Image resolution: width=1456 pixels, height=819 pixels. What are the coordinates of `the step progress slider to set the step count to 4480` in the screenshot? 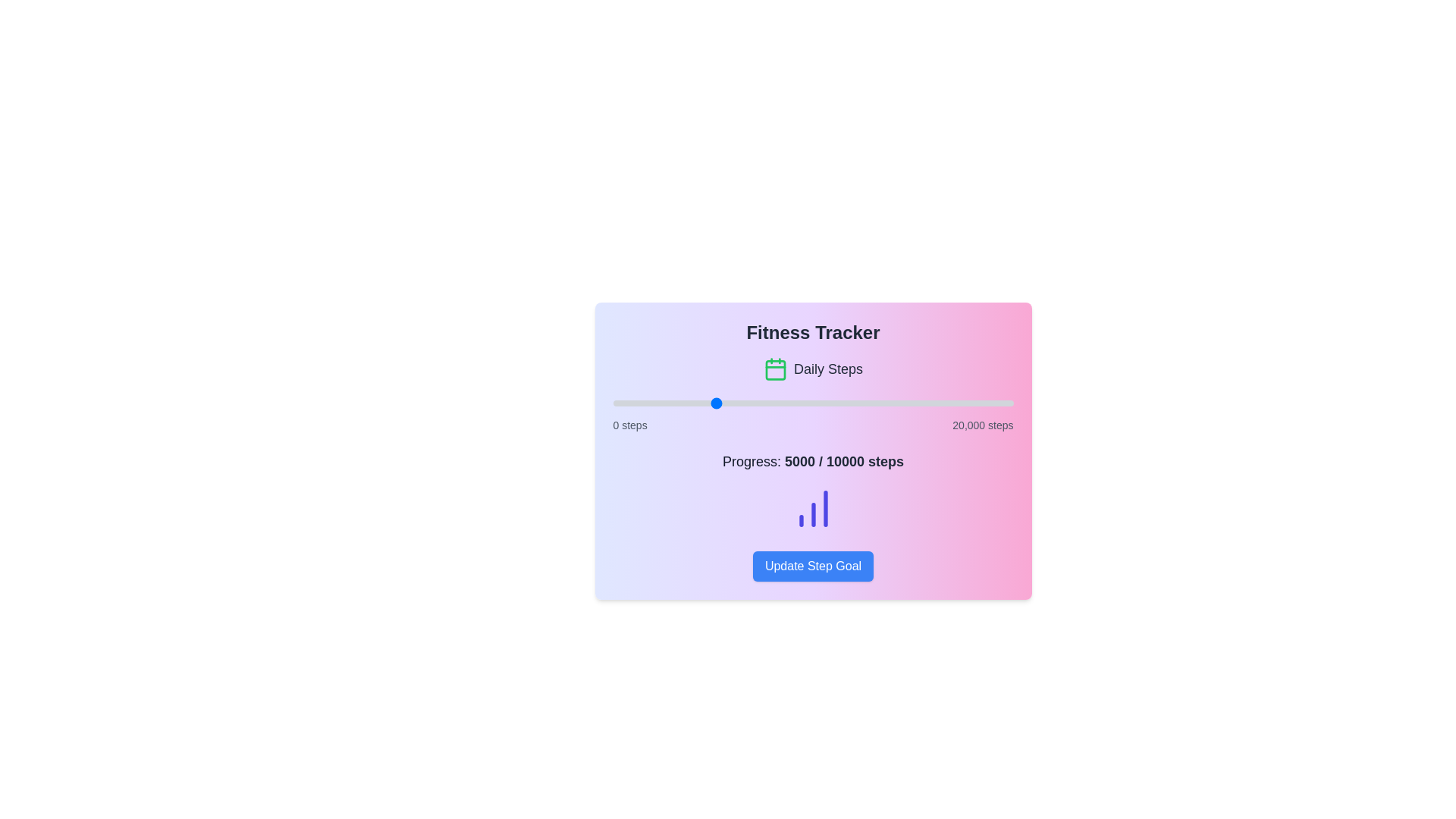 It's located at (701, 403).